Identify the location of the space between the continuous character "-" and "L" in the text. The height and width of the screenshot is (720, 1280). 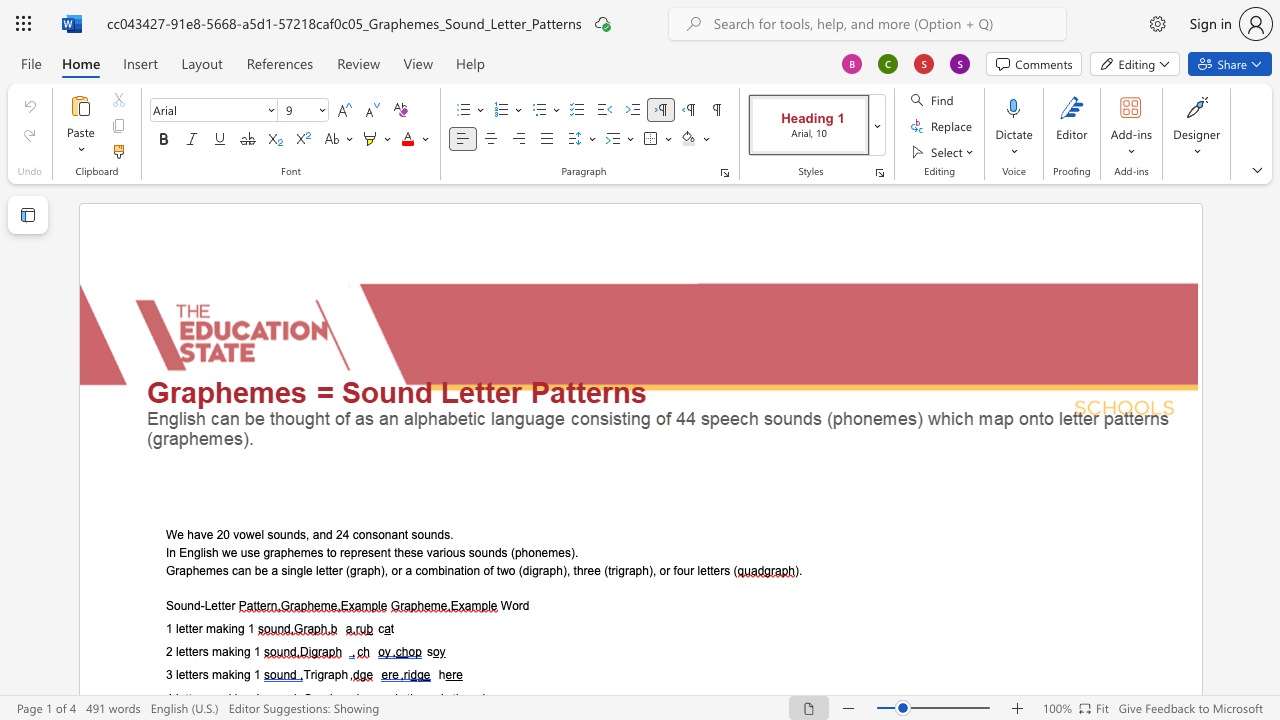
(205, 605).